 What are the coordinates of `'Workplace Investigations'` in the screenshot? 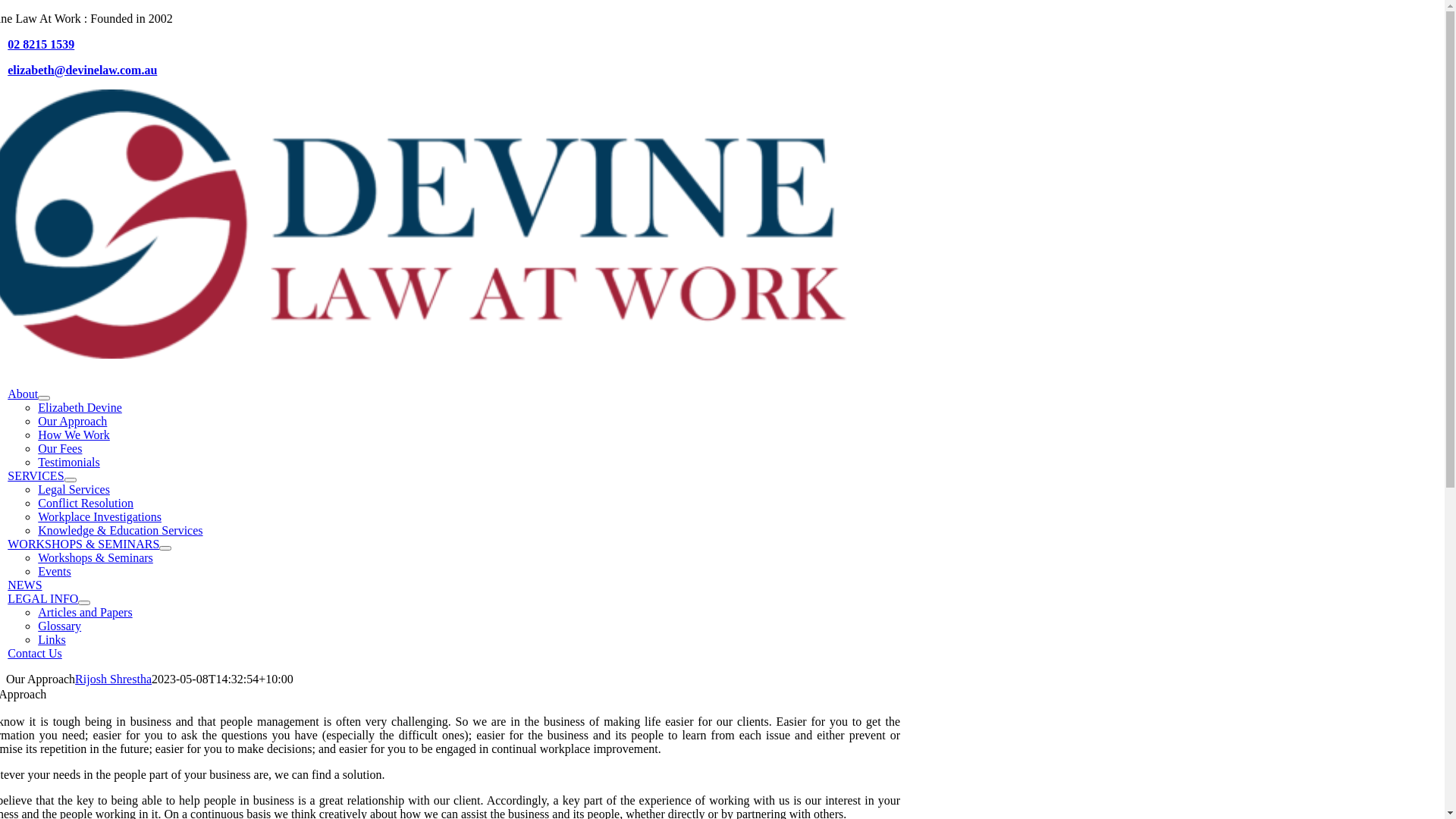 It's located at (99, 516).